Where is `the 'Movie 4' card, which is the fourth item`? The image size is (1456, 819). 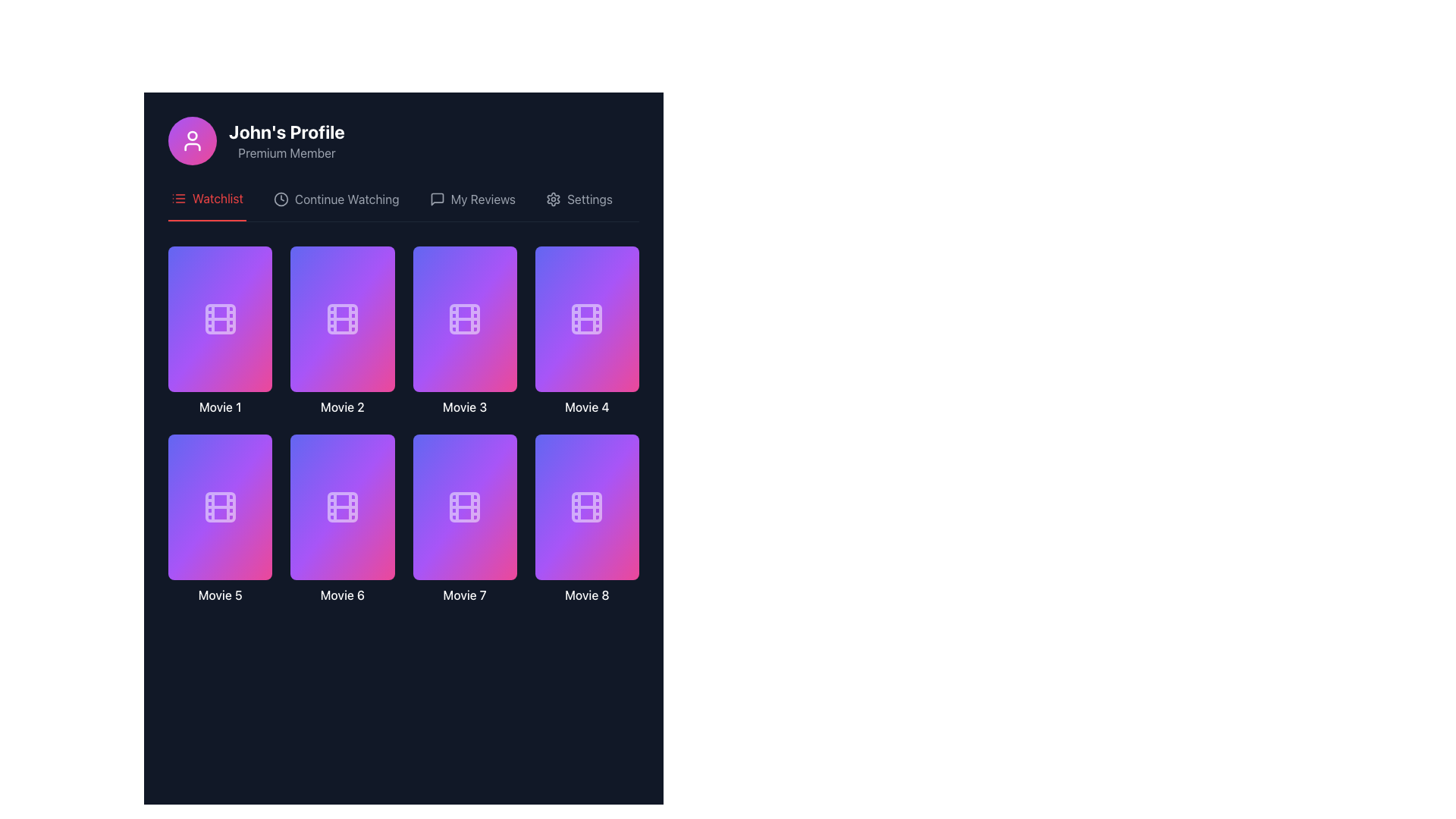
the 'Movie 4' card, which is the fourth item is located at coordinates (586, 318).